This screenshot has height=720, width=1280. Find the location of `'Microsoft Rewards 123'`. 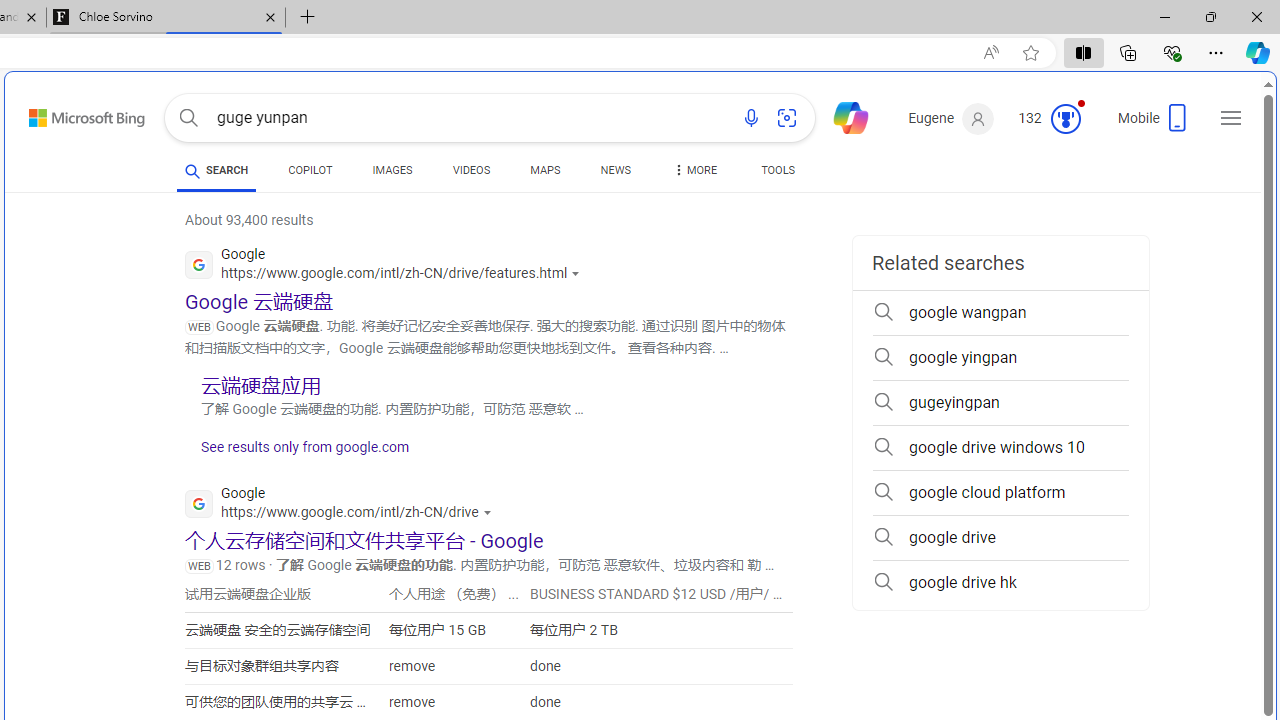

'Microsoft Rewards 123' is located at coordinates (1051, 119).